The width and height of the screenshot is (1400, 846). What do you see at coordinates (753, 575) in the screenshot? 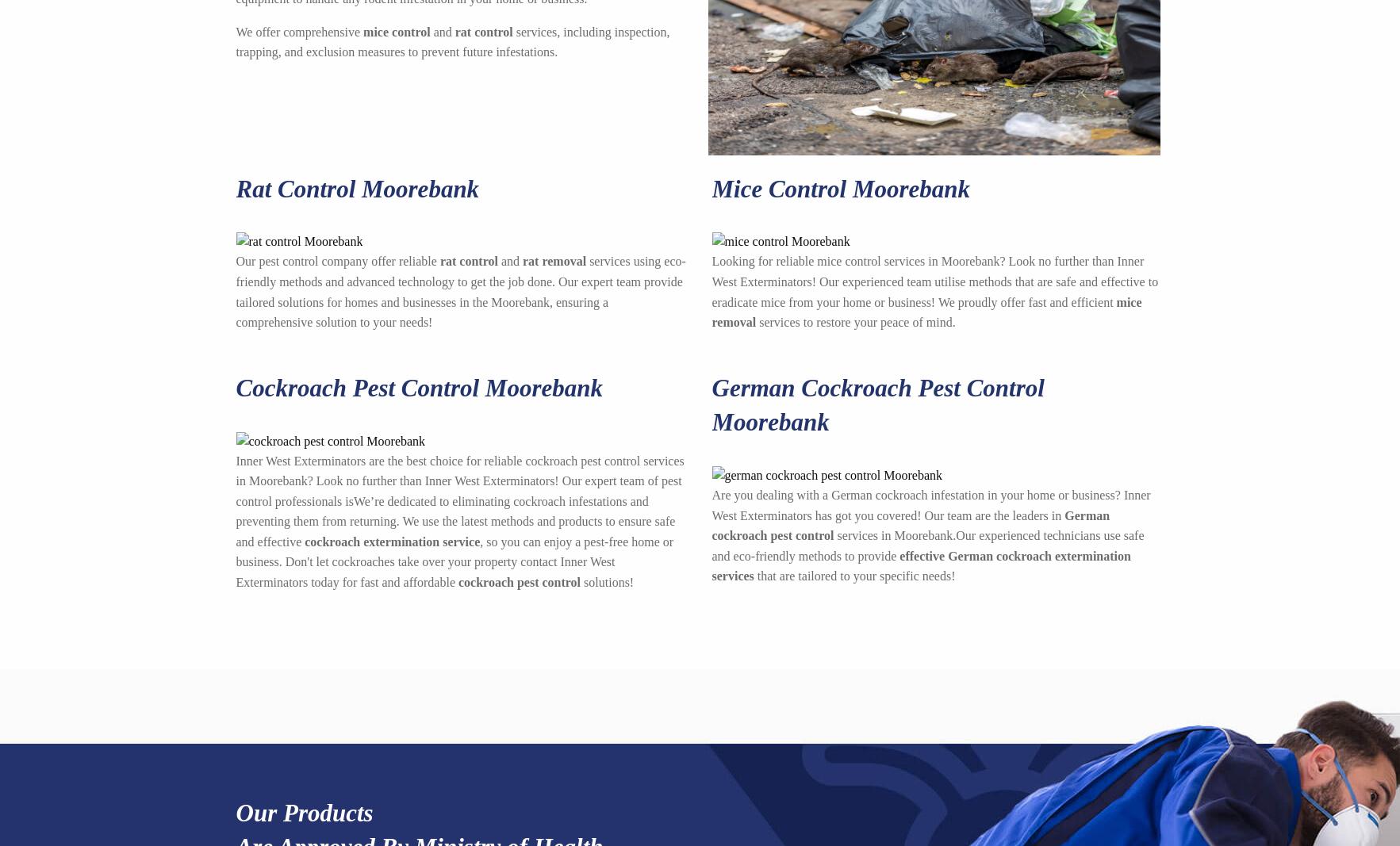
I see `'that are tailored to your specific needs!'` at bounding box center [753, 575].